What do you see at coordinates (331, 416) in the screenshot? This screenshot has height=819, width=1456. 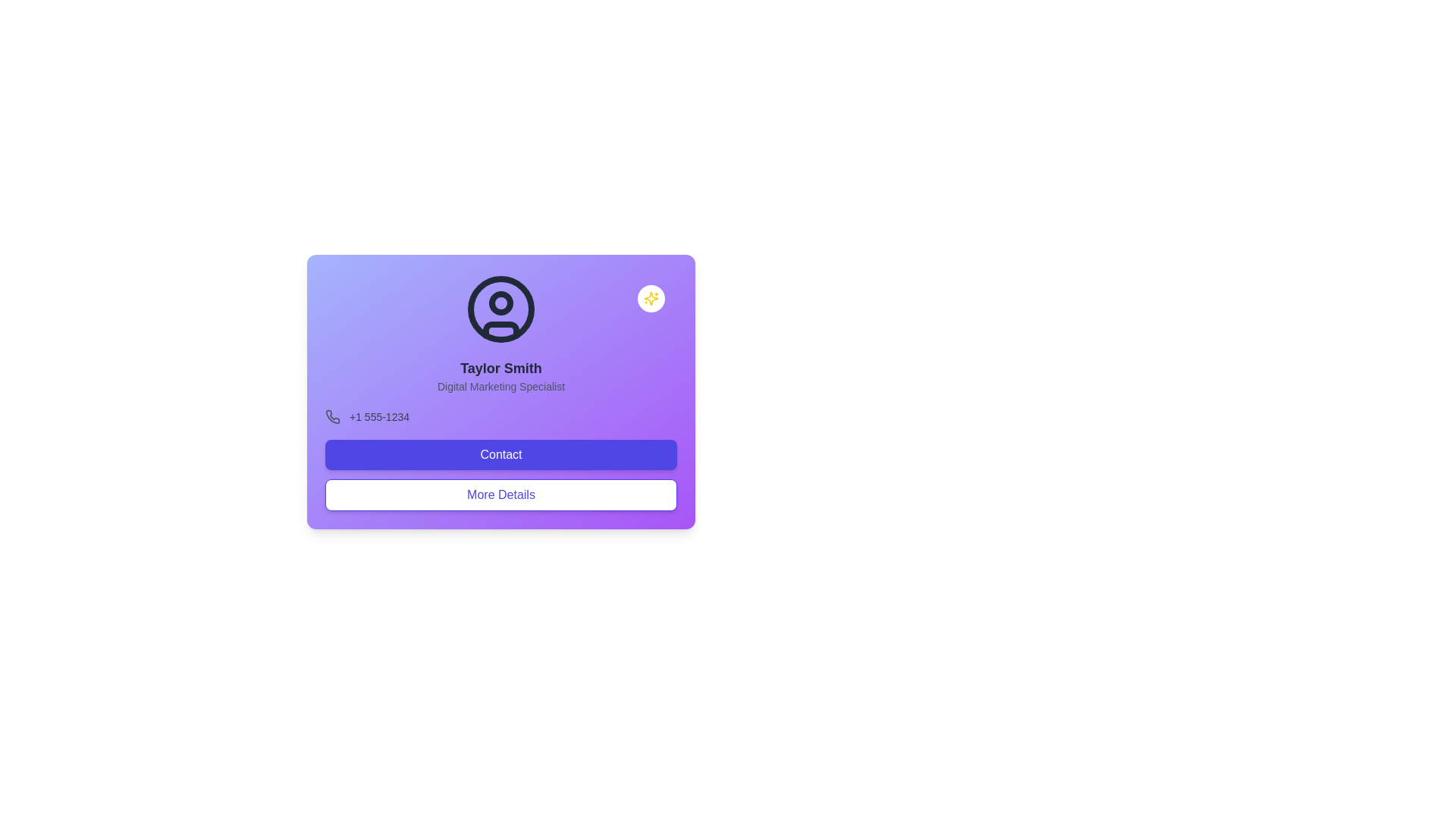 I see `the small phone icon with a curved receiver located to the left of the phone number '+1 555-1234' in the contact card` at bounding box center [331, 416].